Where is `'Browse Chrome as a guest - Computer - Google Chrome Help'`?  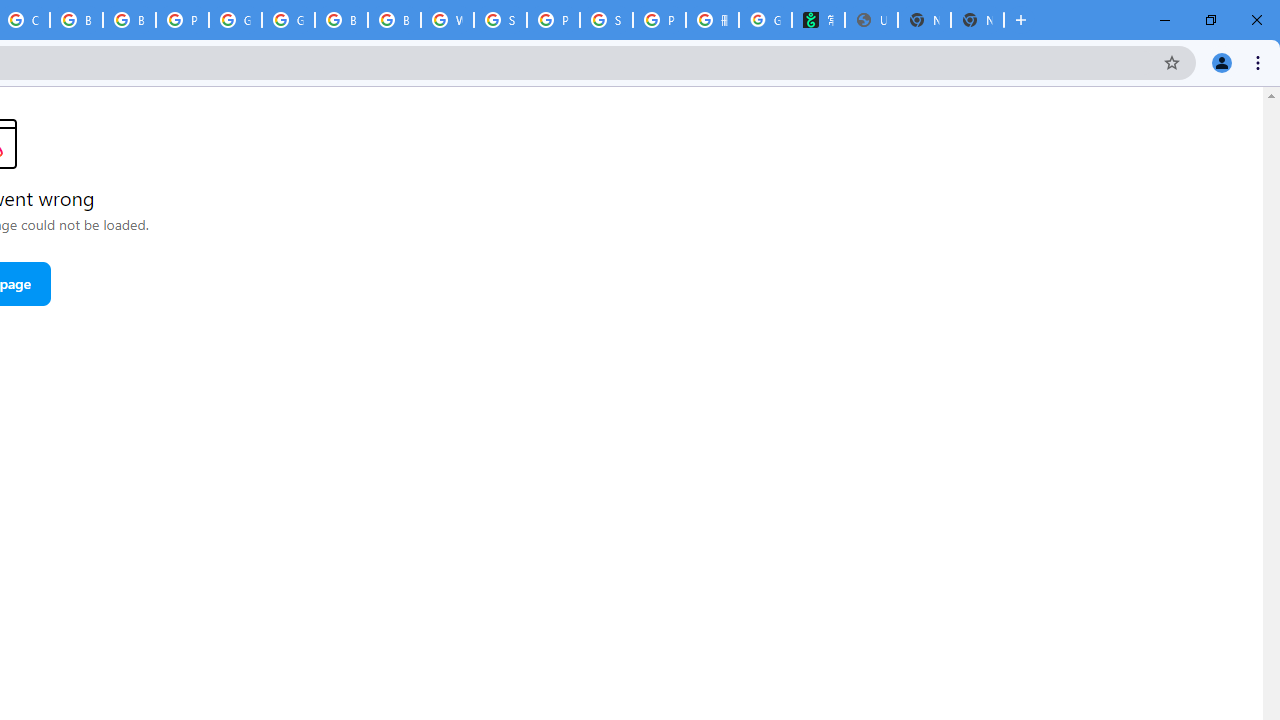 'Browse Chrome as a guest - Computer - Google Chrome Help' is located at coordinates (76, 20).